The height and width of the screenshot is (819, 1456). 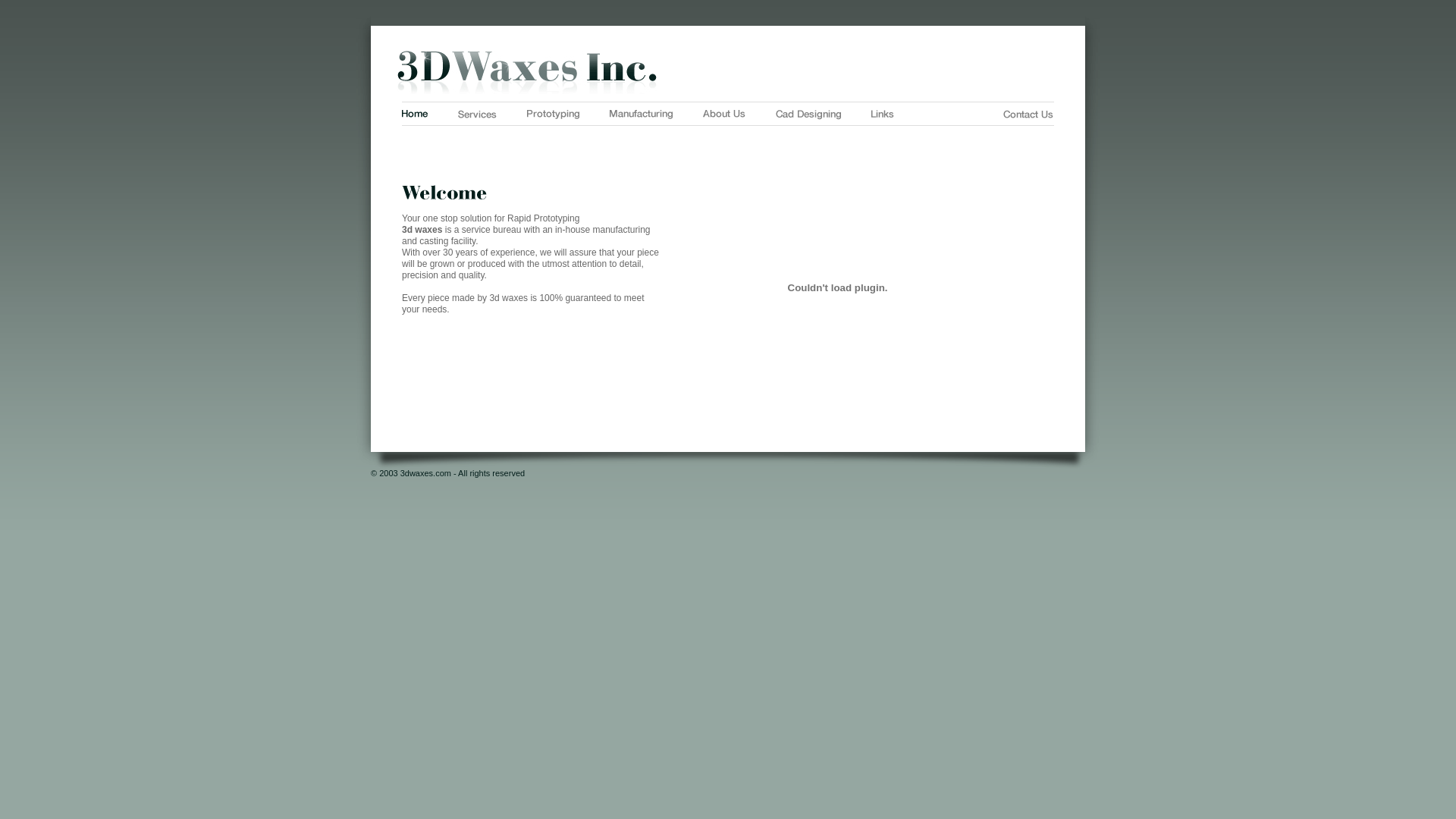 I want to click on 'Prototyping', so click(x=527, y=113).